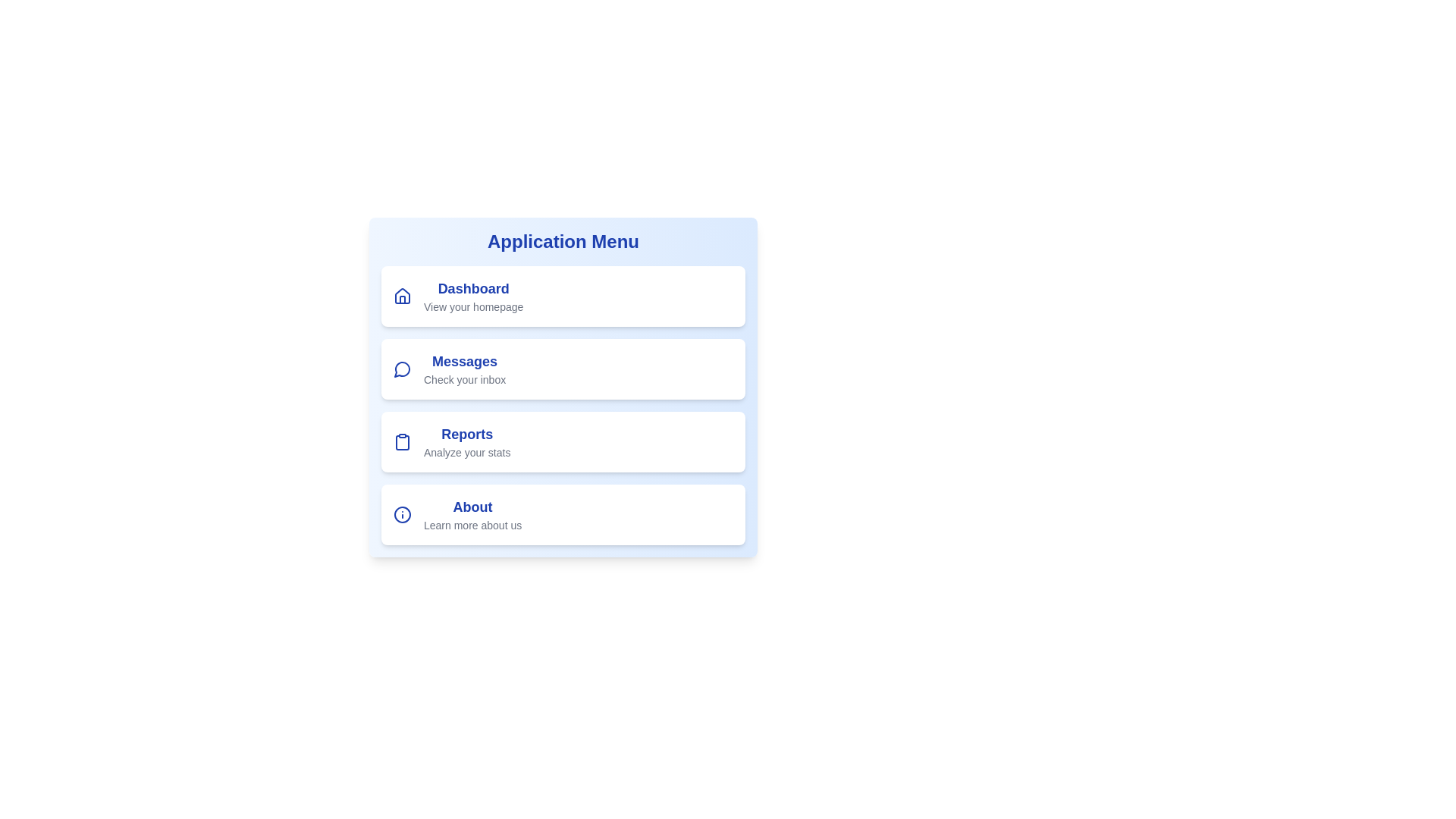 The height and width of the screenshot is (819, 1456). Describe the element at coordinates (563, 513) in the screenshot. I see `the menu item About to navigate` at that location.